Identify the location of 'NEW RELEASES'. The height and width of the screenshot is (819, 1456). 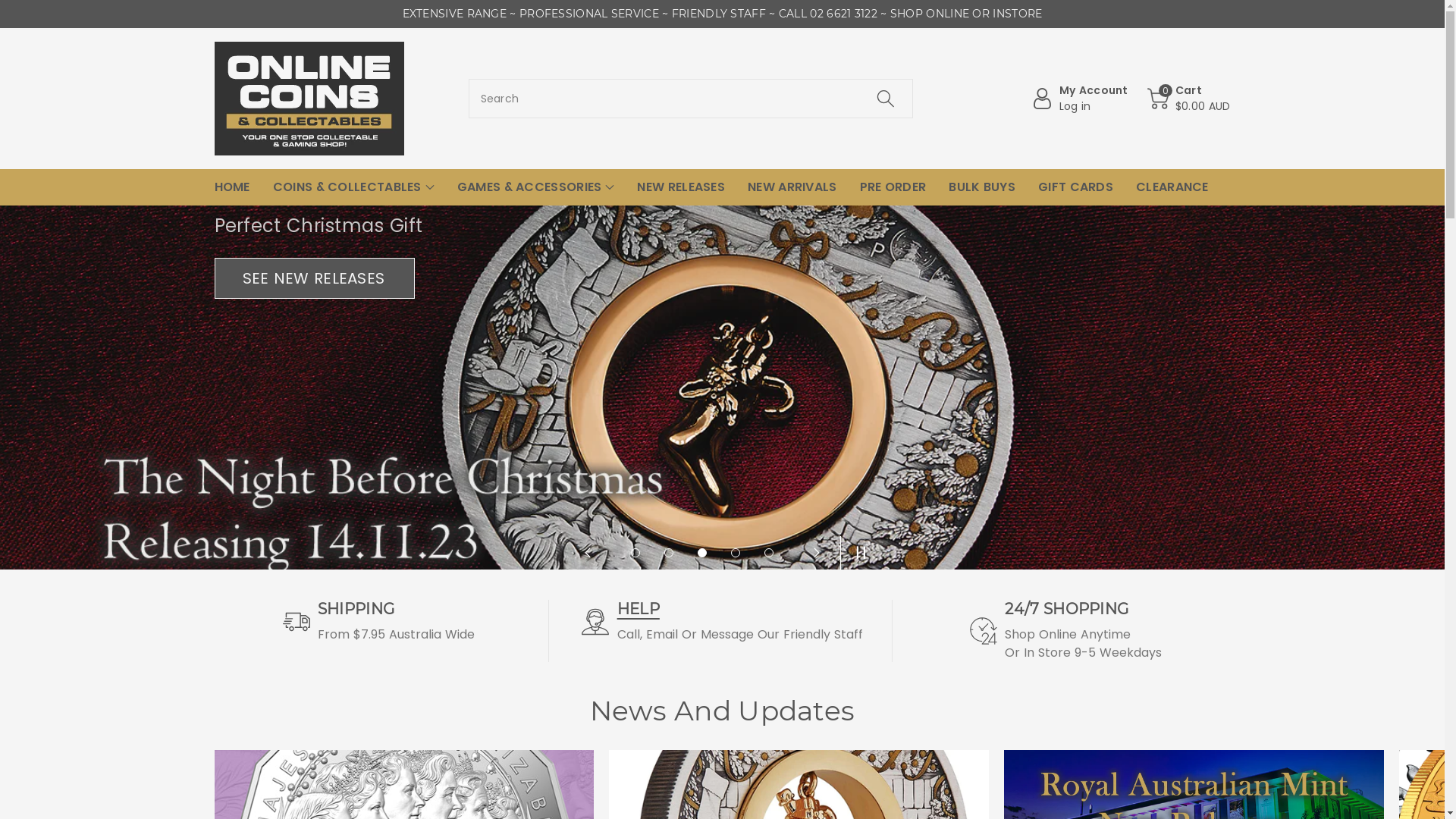
(679, 186).